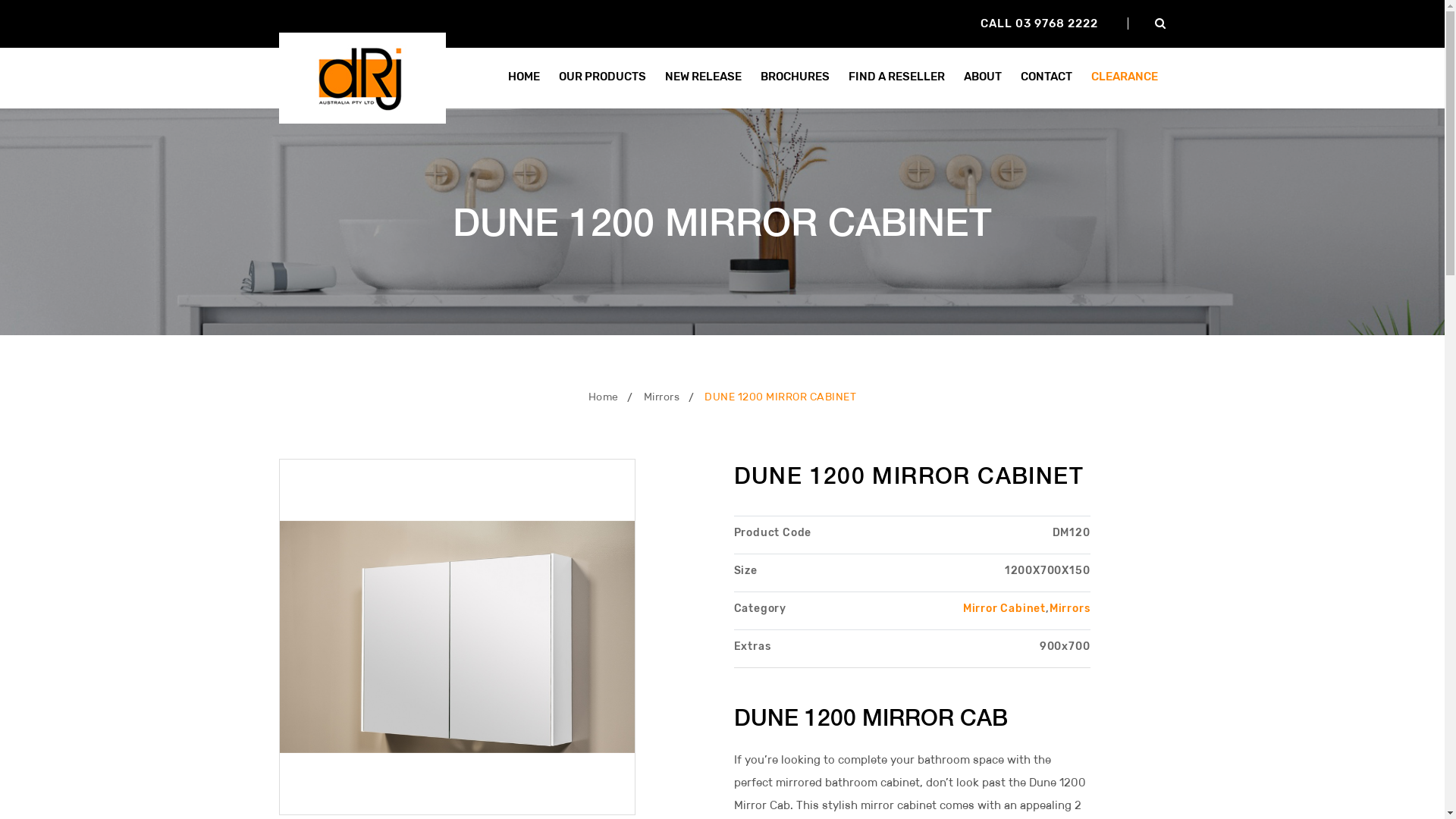 The height and width of the screenshot is (819, 1456). Describe the element at coordinates (1044, 77) in the screenshot. I see `'CONTACT'` at that location.